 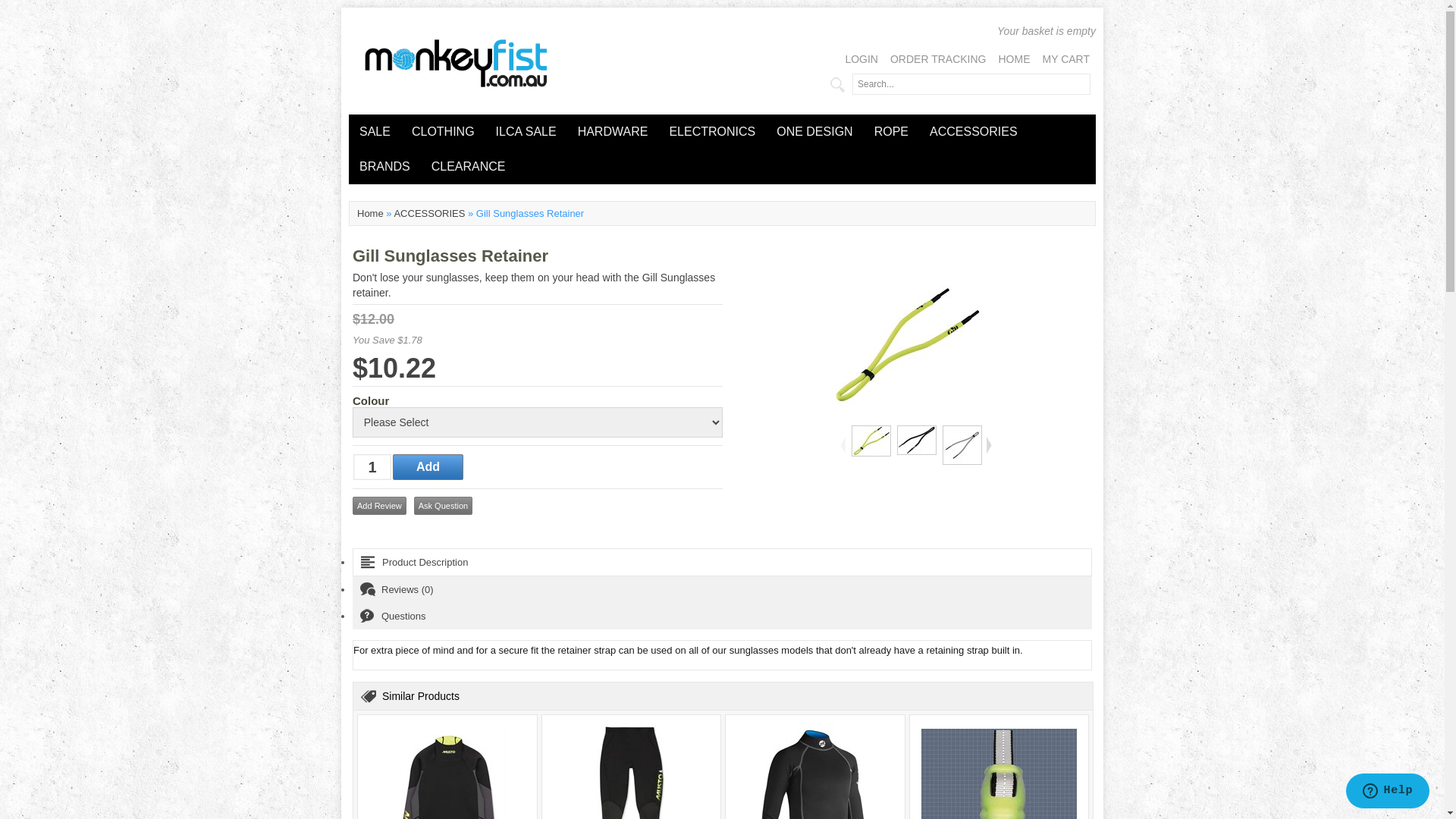 What do you see at coordinates (861, 58) in the screenshot?
I see `'LOGIN'` at bounding box center [861, 58].